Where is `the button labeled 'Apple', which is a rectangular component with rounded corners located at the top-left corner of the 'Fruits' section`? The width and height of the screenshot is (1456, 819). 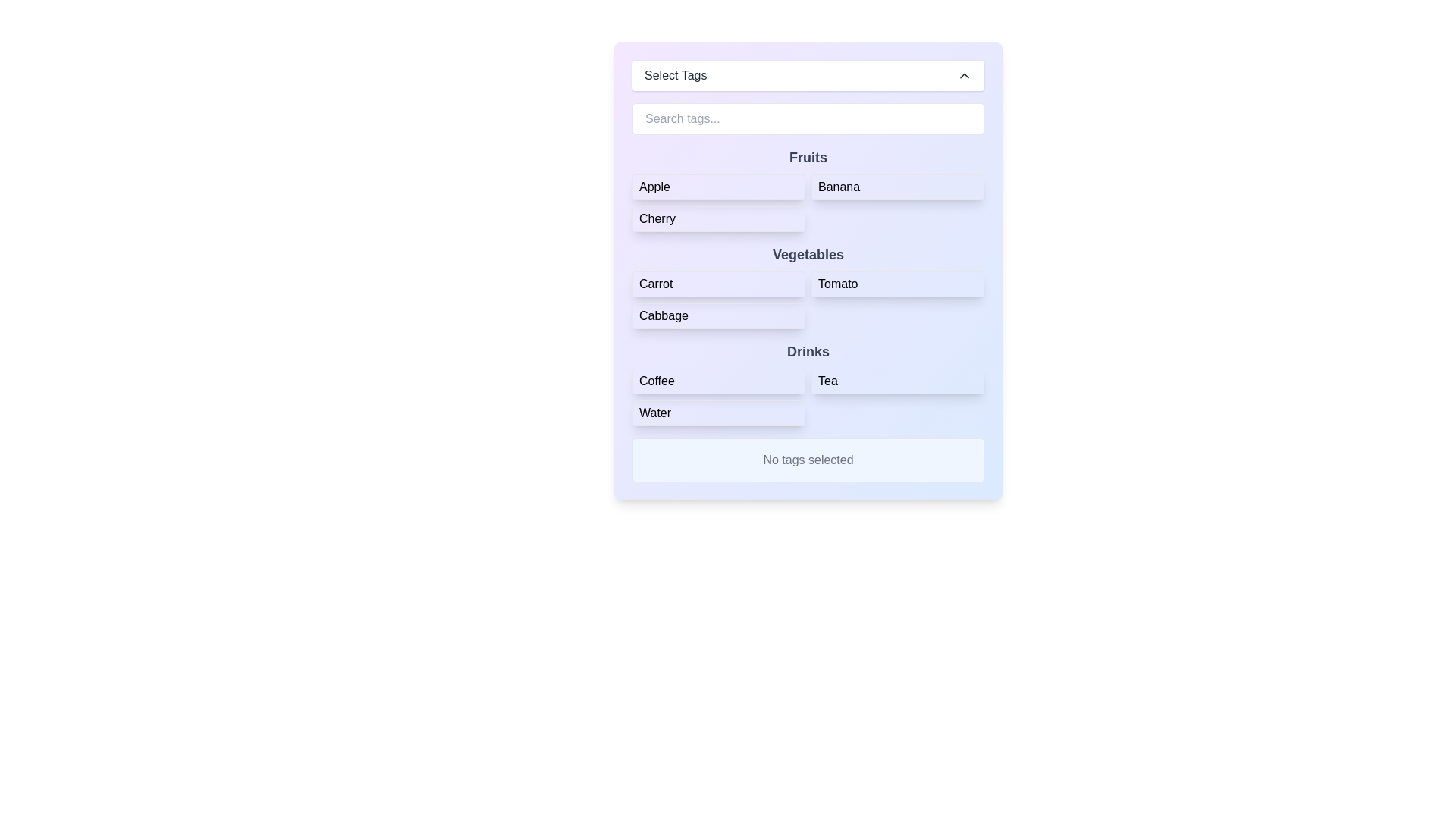
the button labeled 'Apple', which is a rectangular component with rounded corners located at the top-left corner of the 'Fruits' section is located at coordinates (718, 186).